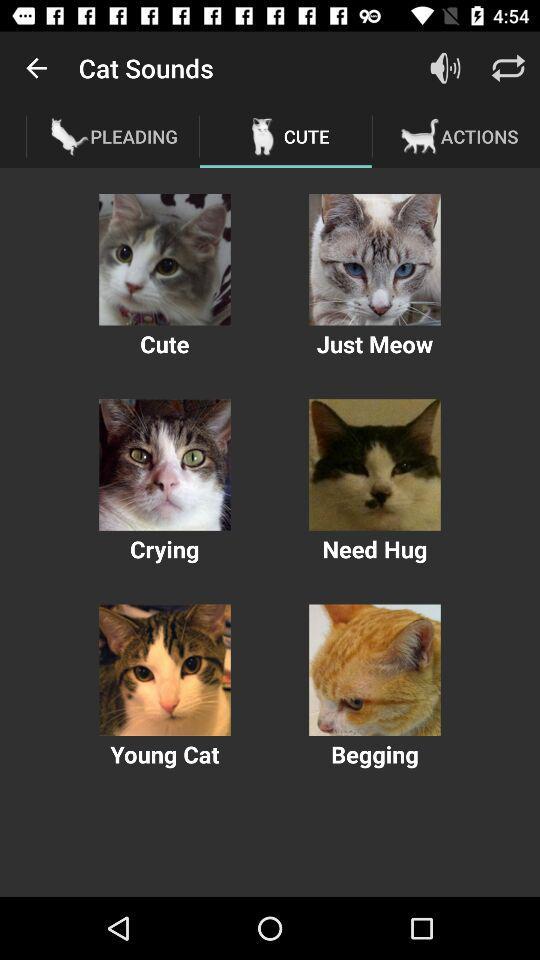  Describe the element at coordinates (164, 465) in the screenshot. I see `crying options` at that location.